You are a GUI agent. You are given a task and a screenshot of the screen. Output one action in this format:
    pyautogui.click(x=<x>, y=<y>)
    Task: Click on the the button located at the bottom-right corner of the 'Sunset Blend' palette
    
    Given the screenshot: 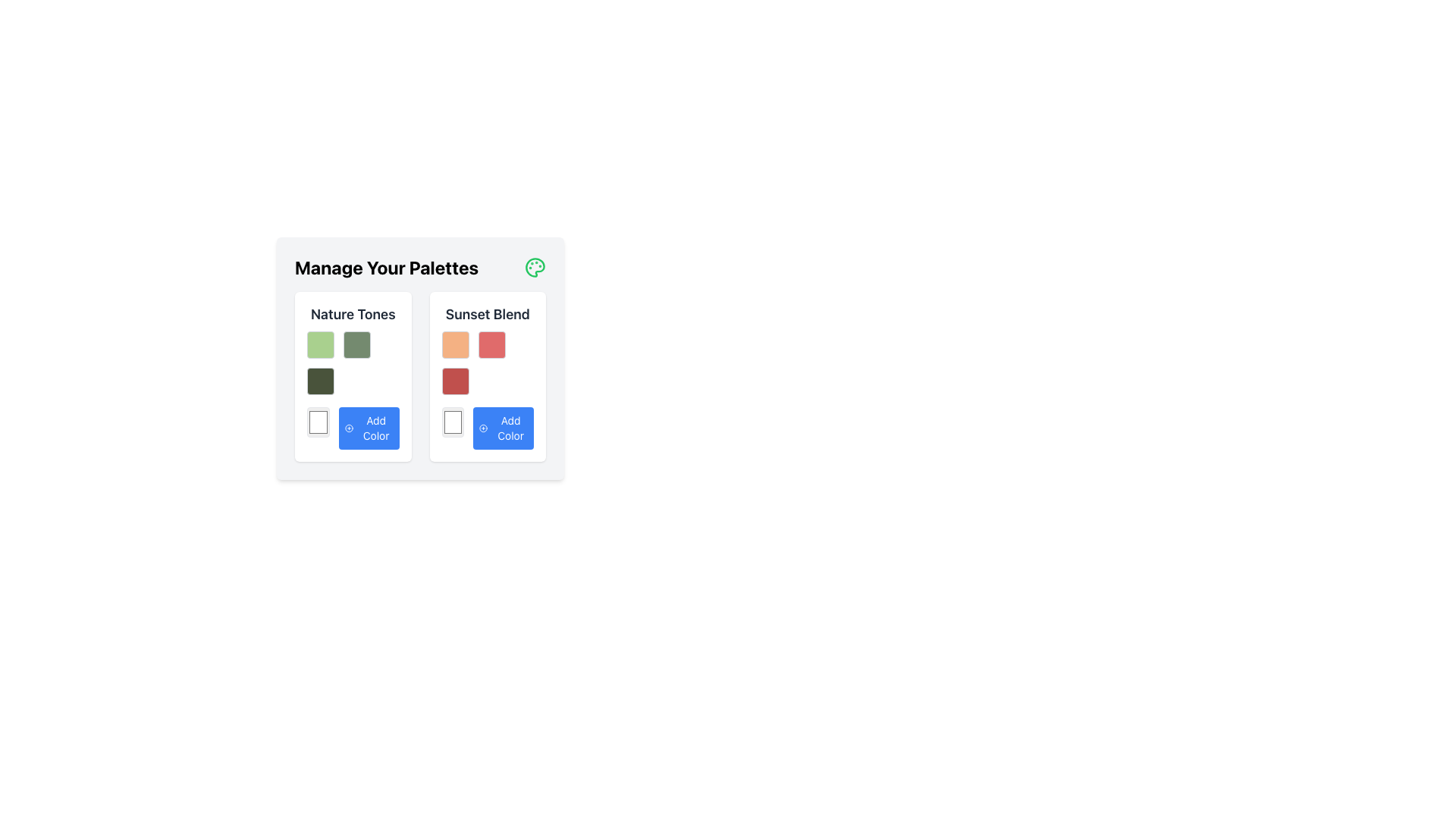 What is the action you would take?
    pyautogui.click(x=503, y=428)
    